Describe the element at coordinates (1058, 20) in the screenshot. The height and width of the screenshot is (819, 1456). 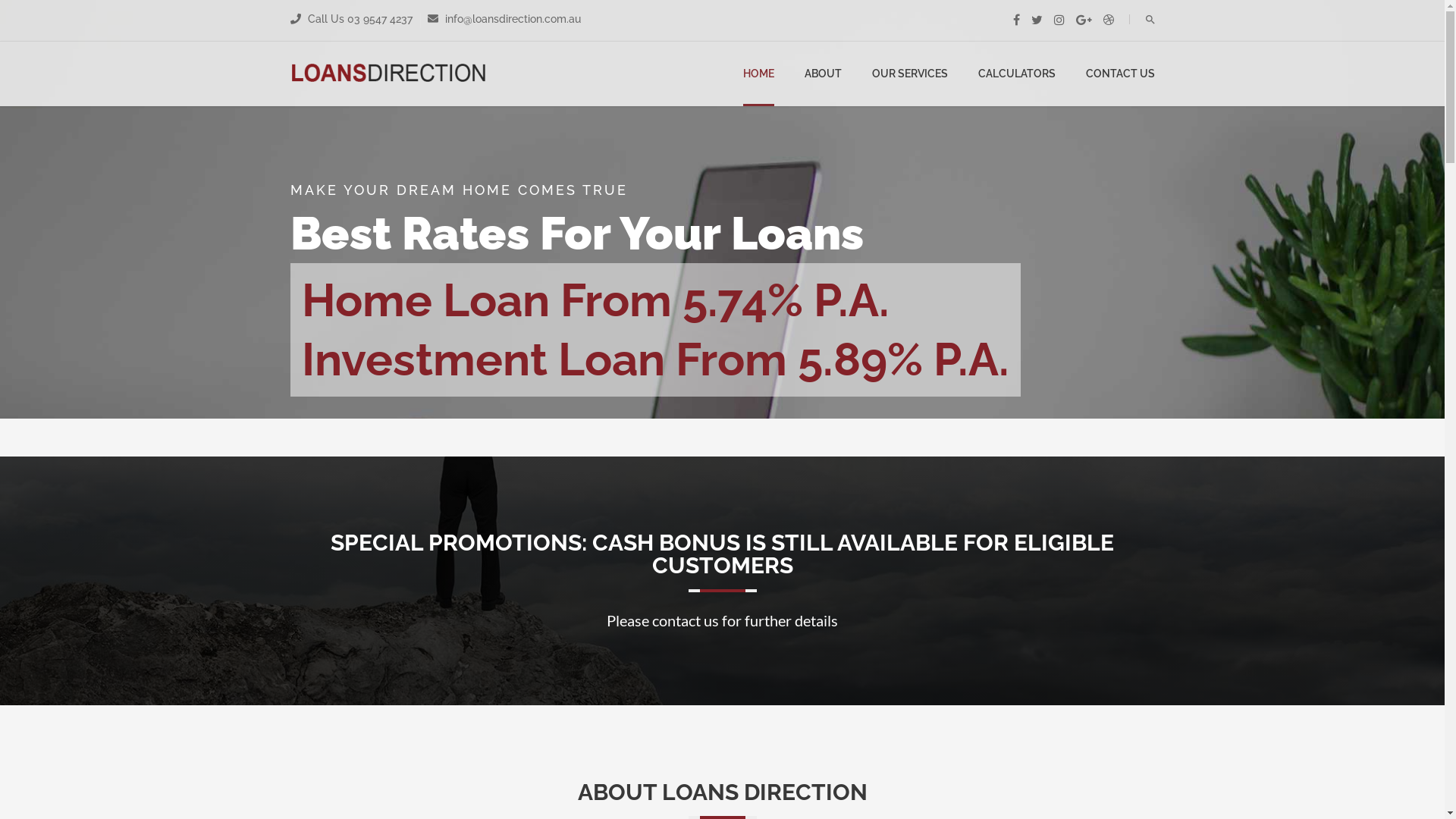
I see `'Instagram'` at that location.